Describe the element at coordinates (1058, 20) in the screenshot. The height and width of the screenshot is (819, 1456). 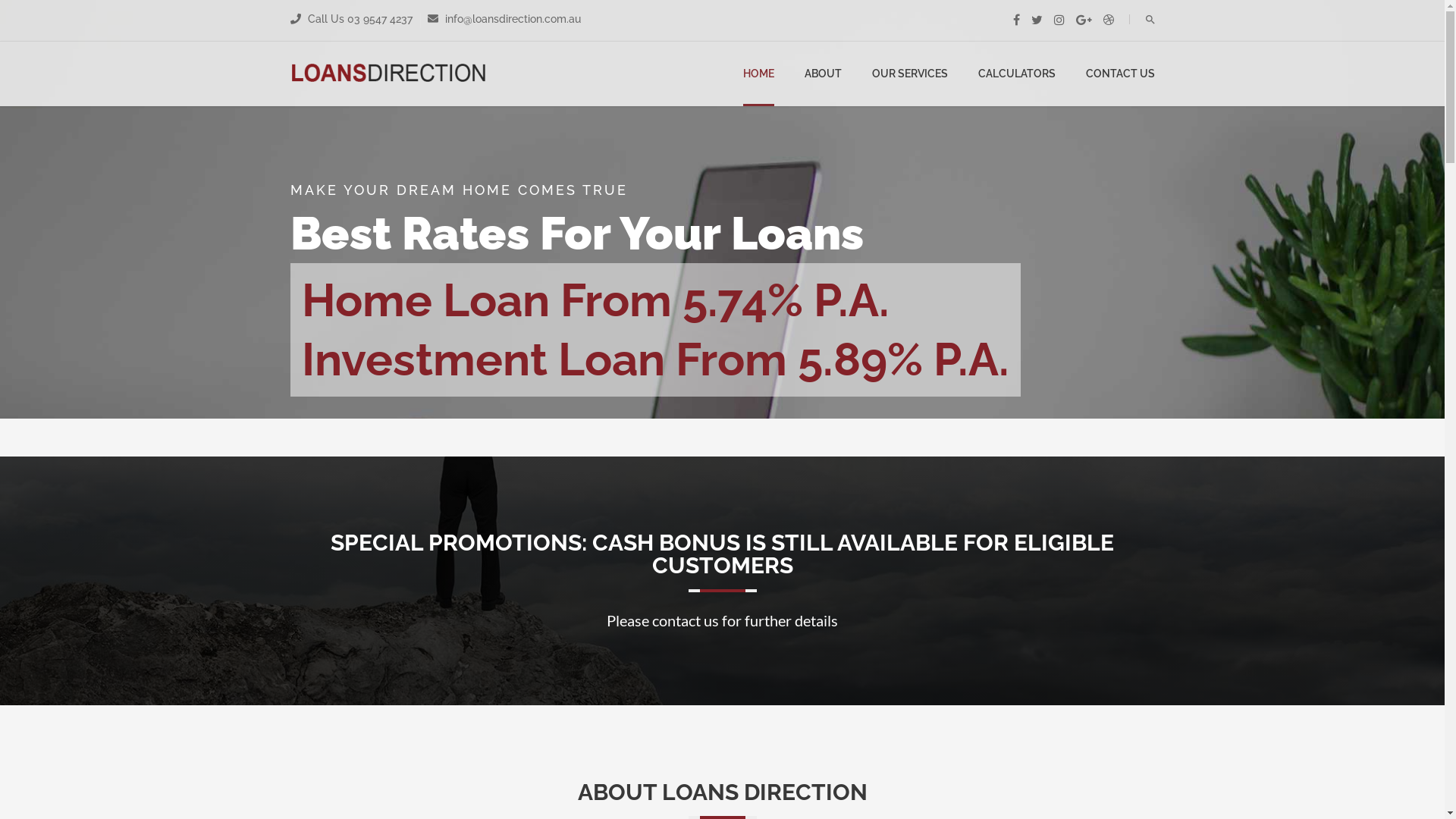
I see `'Instagram'` at that location.